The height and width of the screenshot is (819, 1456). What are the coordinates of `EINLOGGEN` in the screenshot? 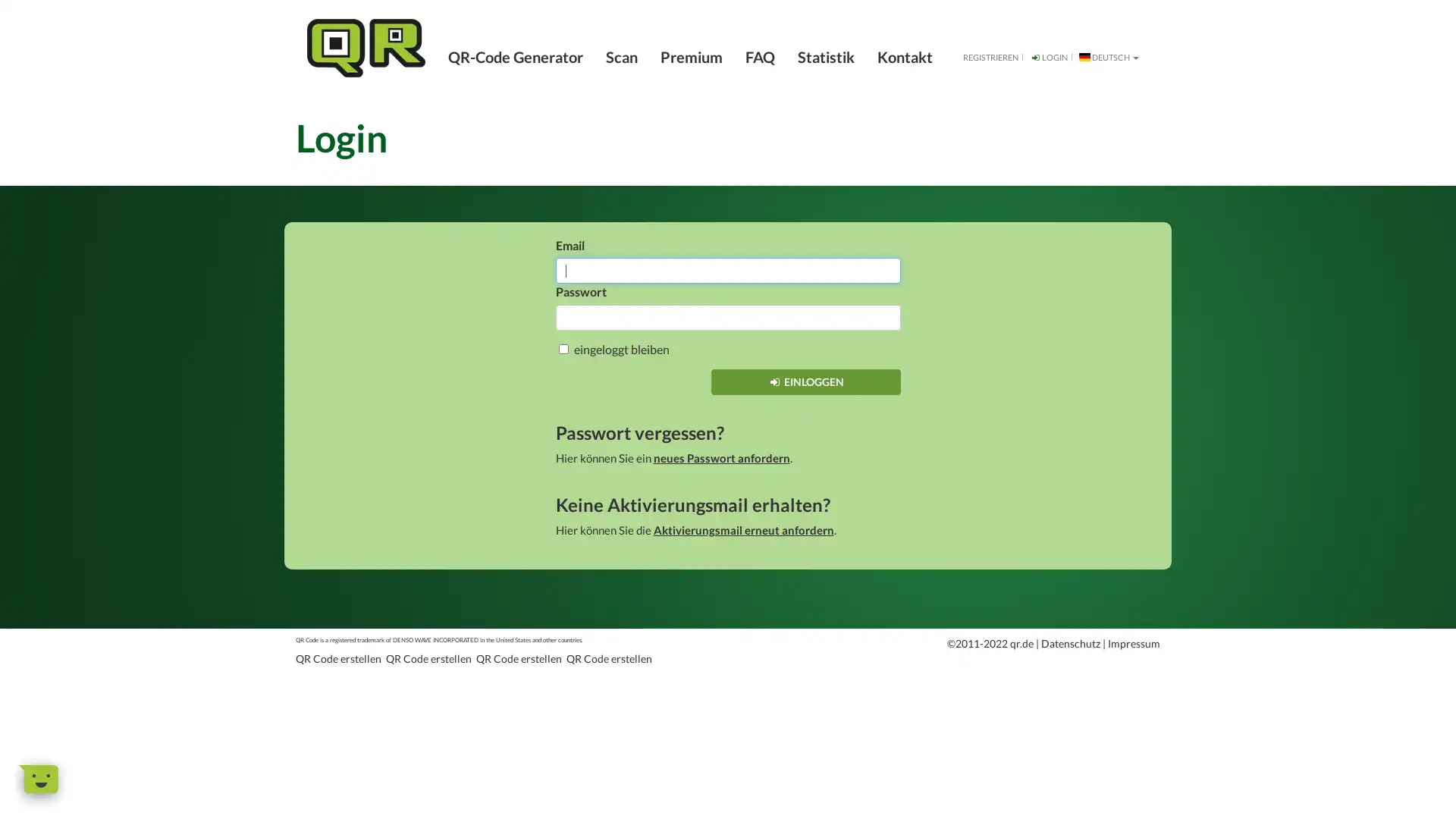 It's located at (804, 381).